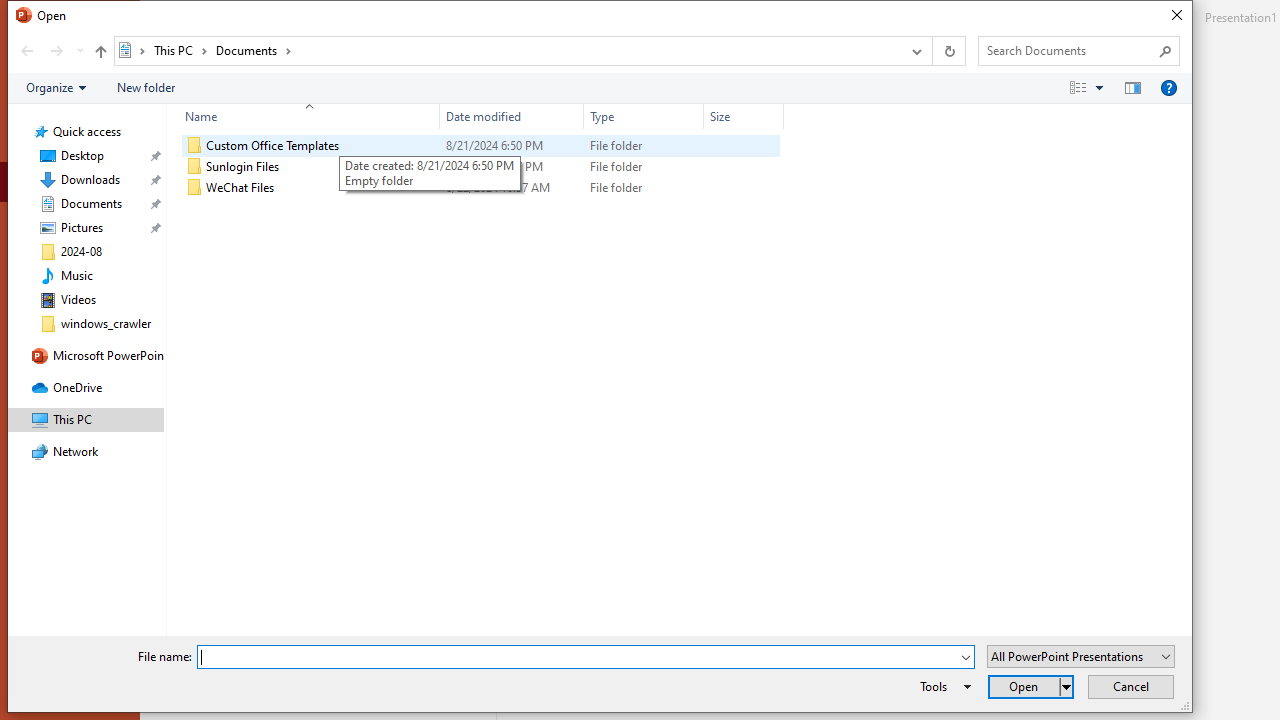 The height and width of the screenshot is (720, 1280). I want to click on '&Help', so click(1168, 86).